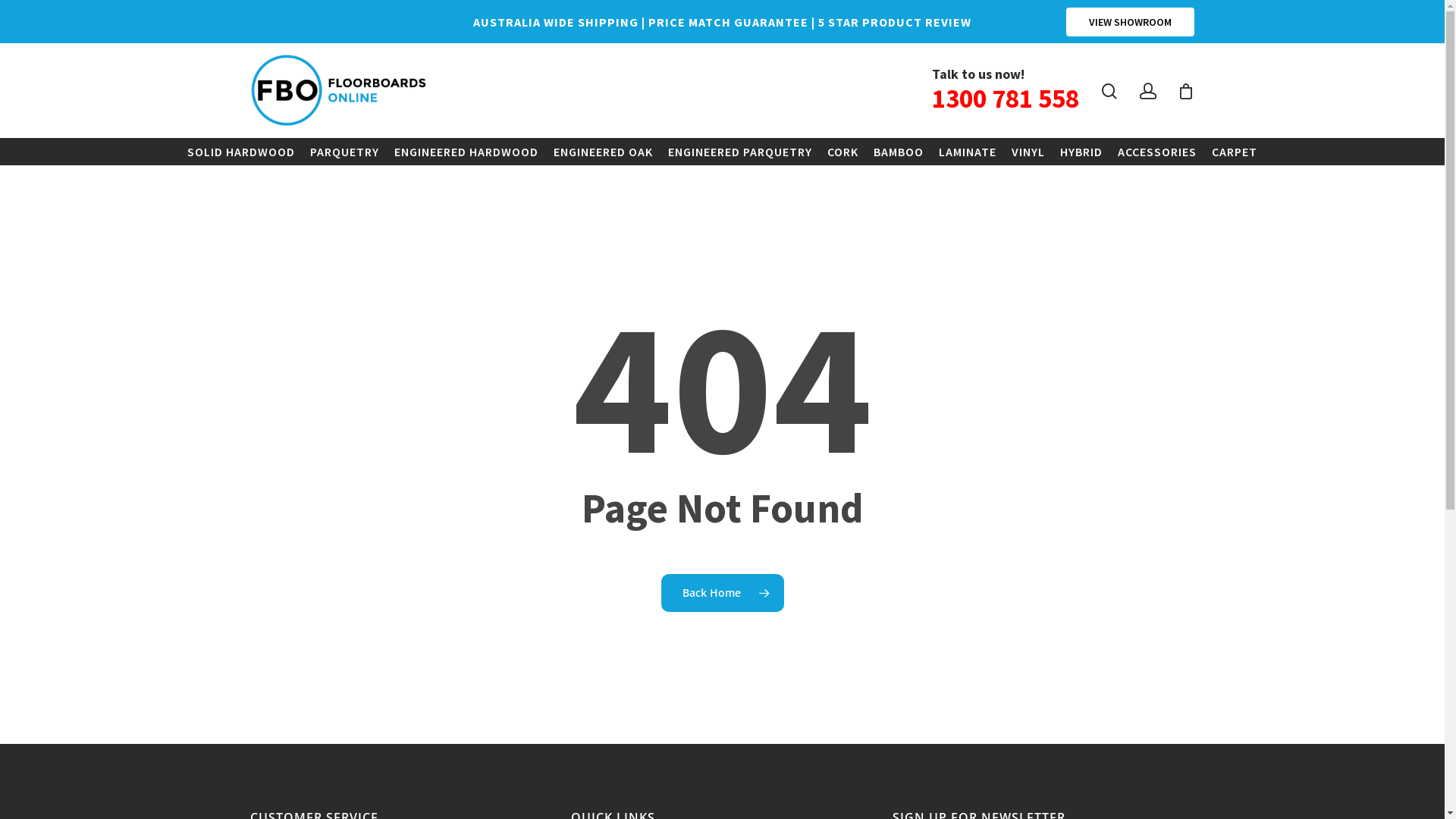 The image size is (1456, 819). Describe the element at coordinates (546, 152) in the screenshot. I see `'ENGINEERED OAK'` at that location.